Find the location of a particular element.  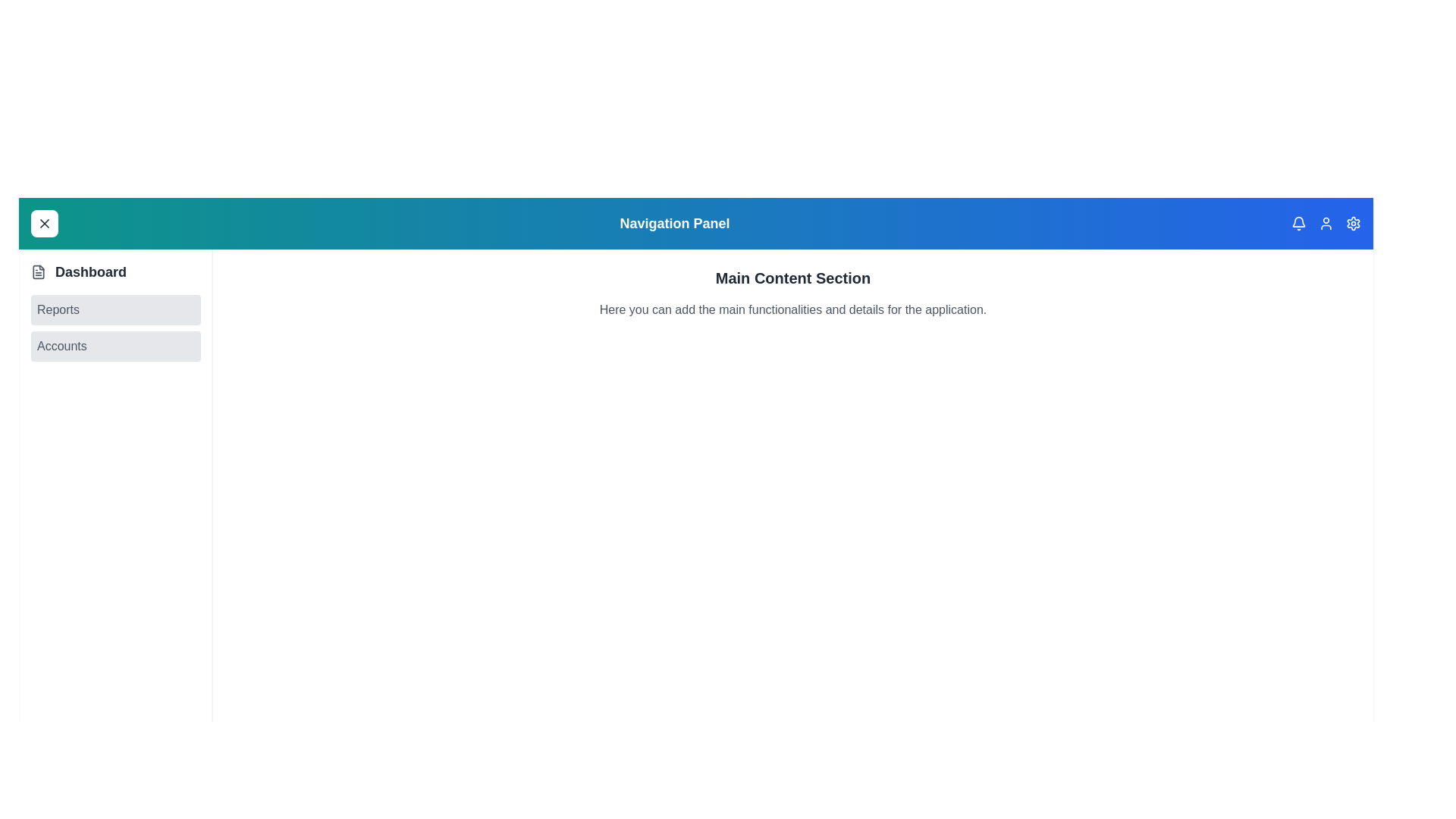

the 'Dashboard' navigation link in the left-side navigation panel, located below the close button and after the document icon is located at coordinates (90, 271).